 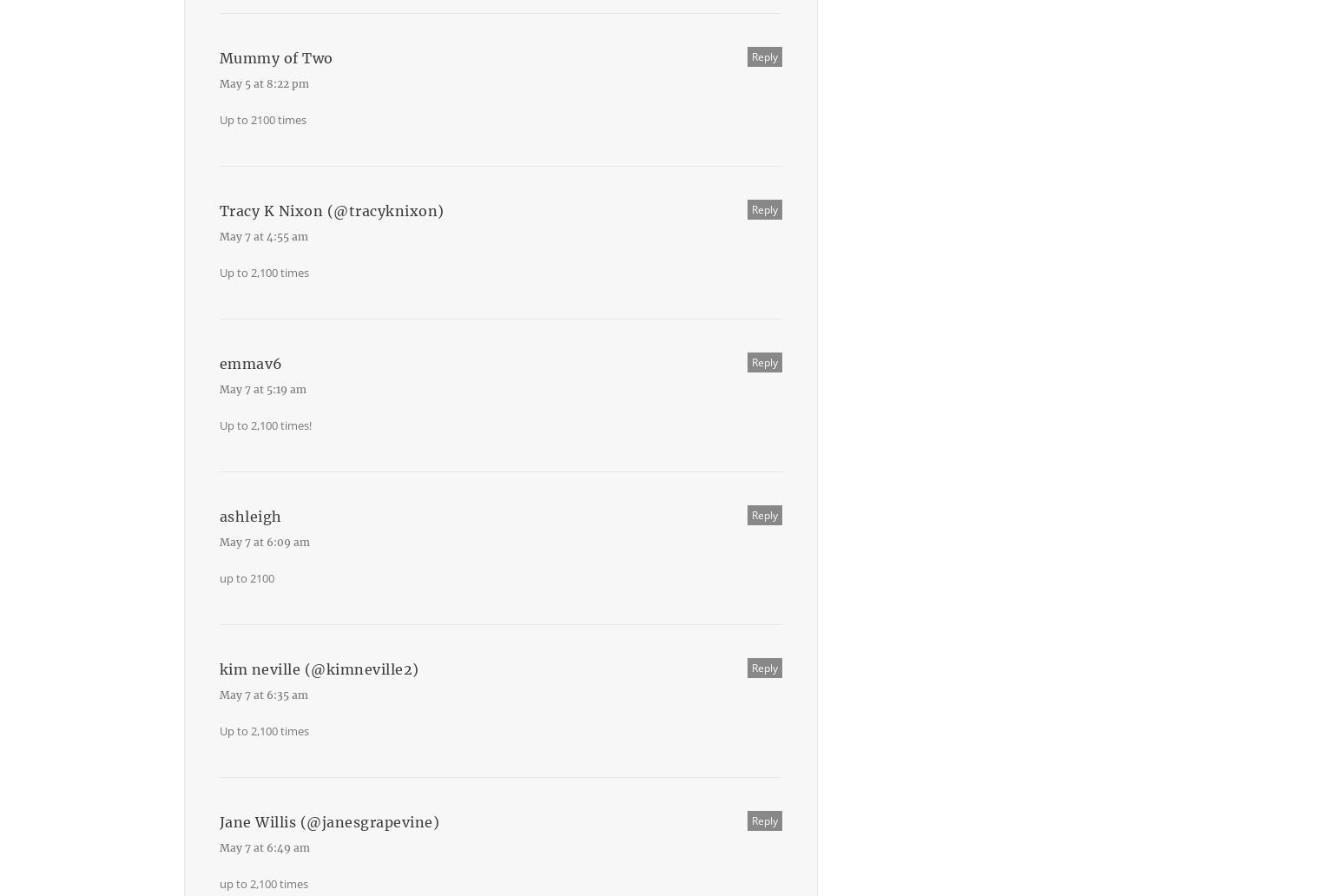 What do you see at coordinates (263, 847) in the screenshot?
I see `'May 7 at 6:49 am'` at bounding box center [263, 847].